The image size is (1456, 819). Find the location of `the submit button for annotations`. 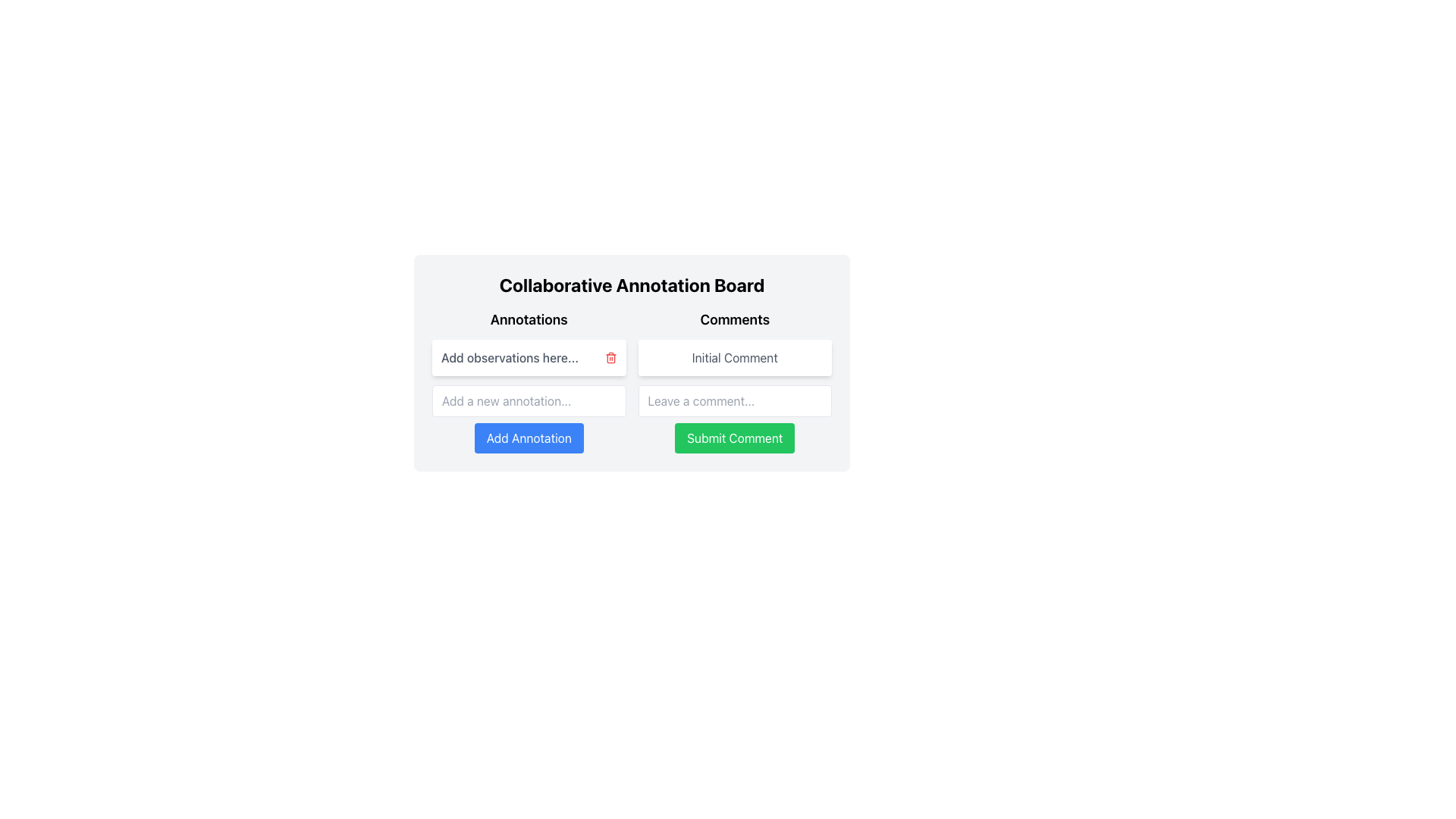

the submit button for annotations is located at coordinates (529, 419).